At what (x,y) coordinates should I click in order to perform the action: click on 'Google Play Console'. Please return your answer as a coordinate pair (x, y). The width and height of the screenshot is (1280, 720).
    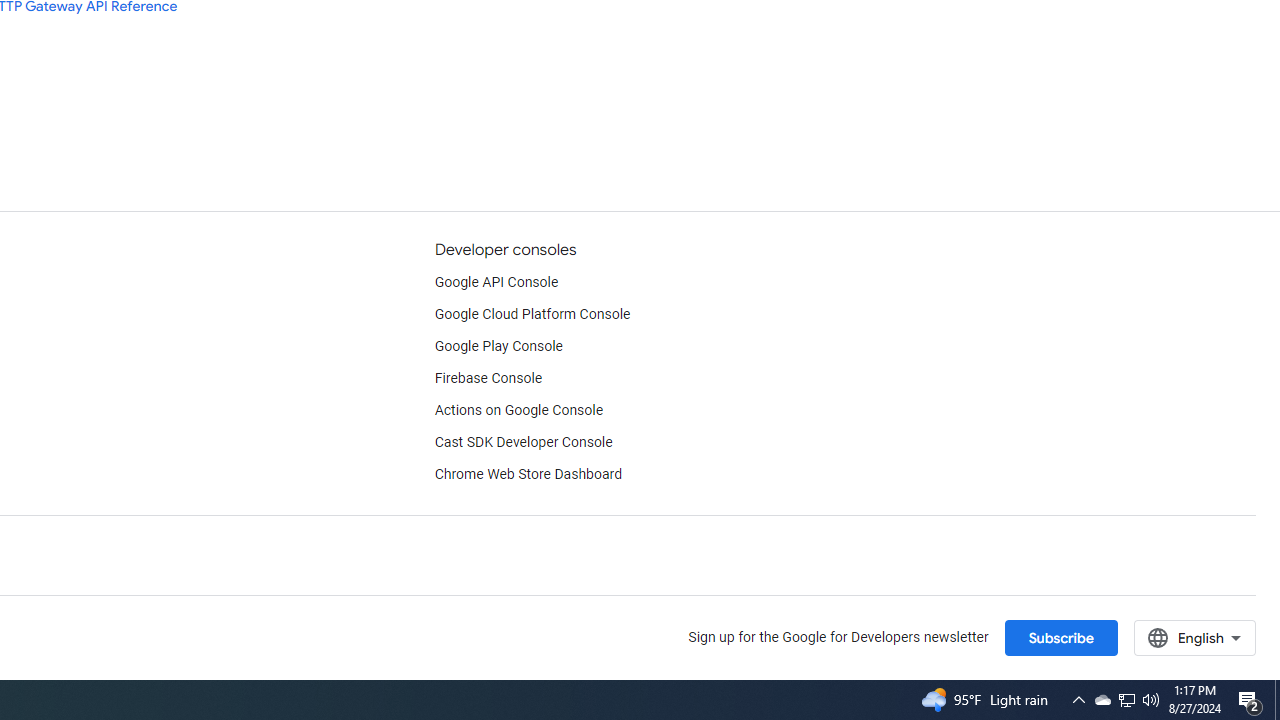
    Looking at the image, I should click on (498, 346).